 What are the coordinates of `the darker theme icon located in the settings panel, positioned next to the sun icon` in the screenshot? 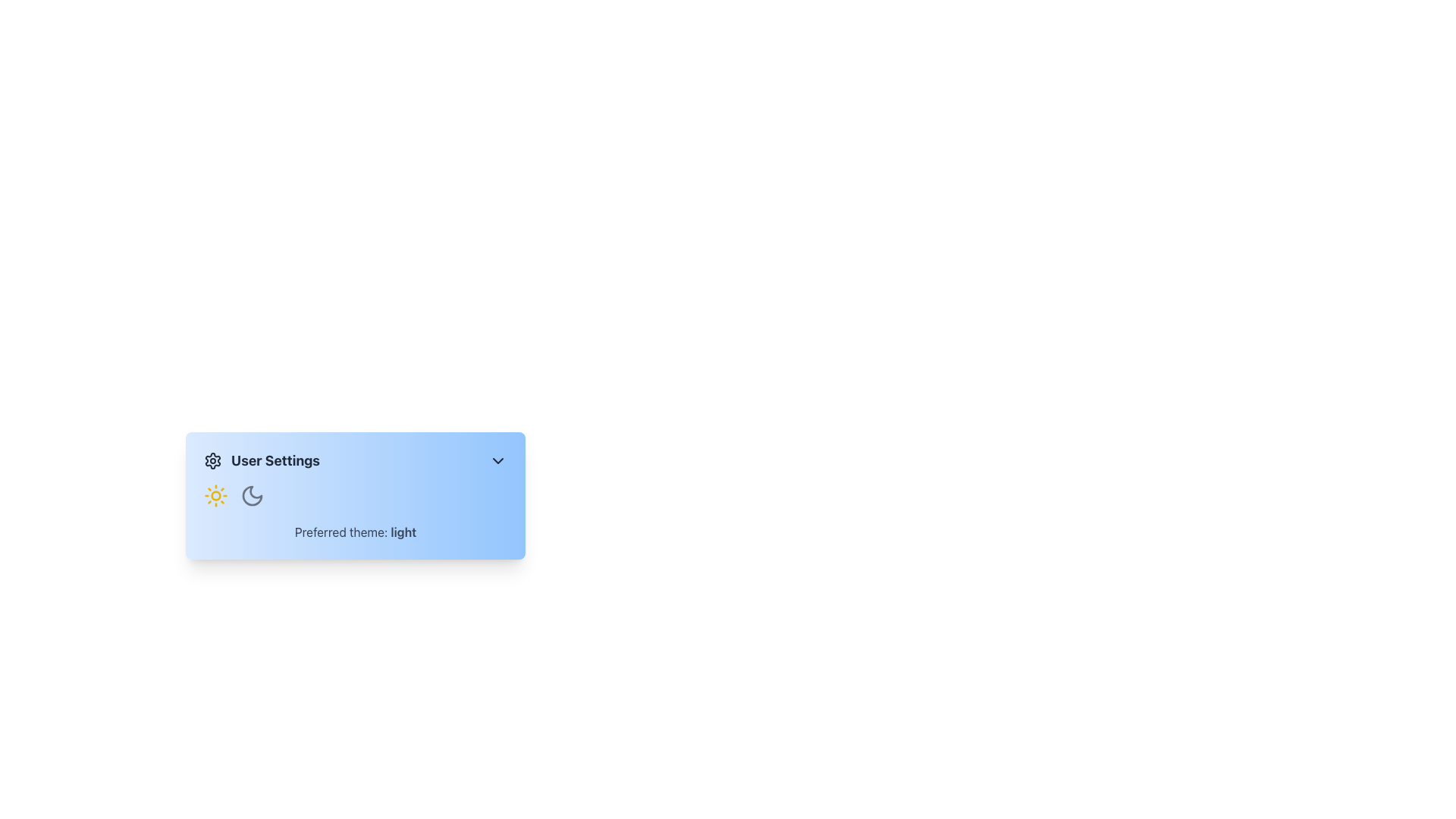 It's located at (252, 496).